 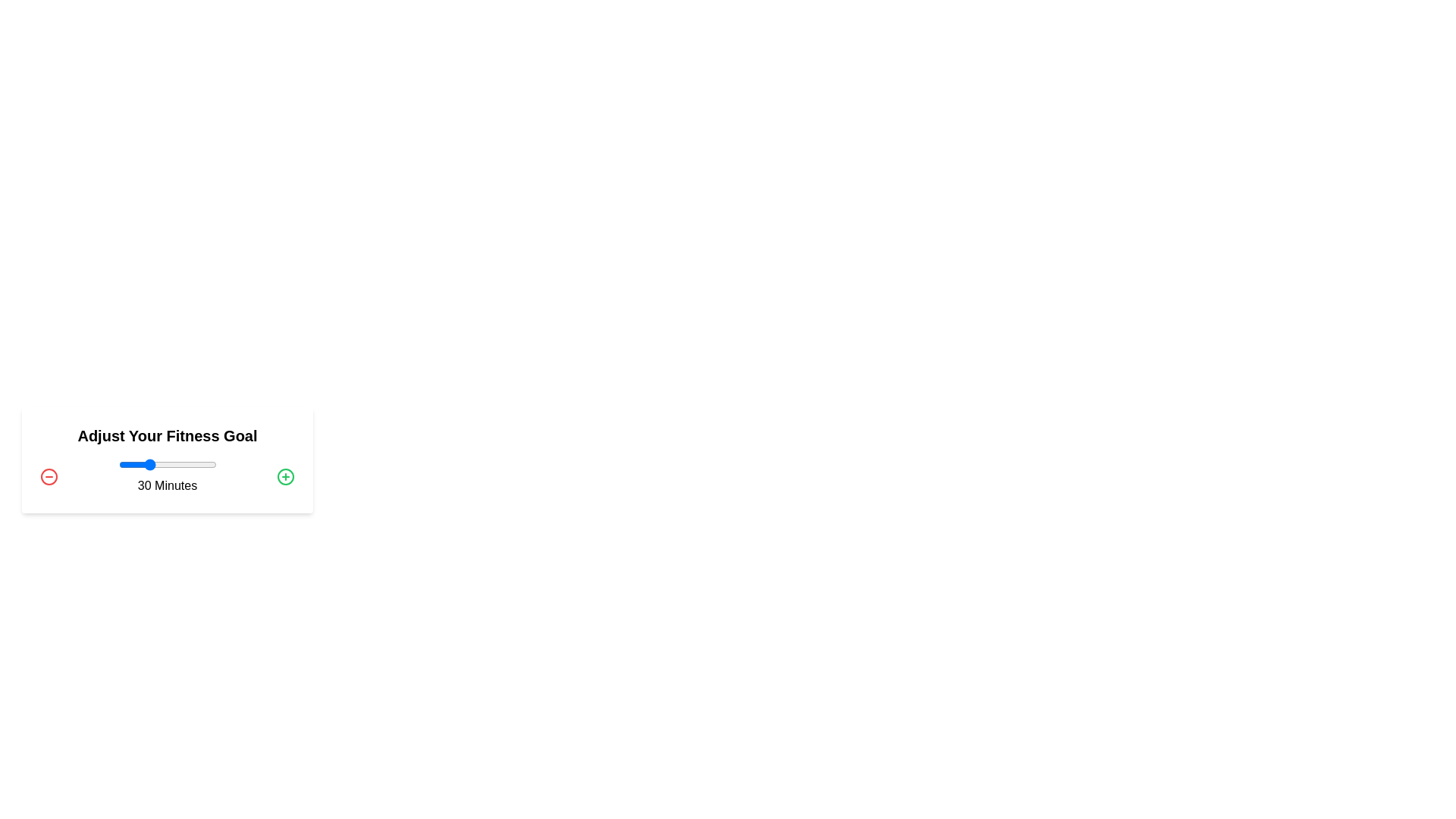 What do you see at coordinates (165, 464) in the screenshot?
I see `the slider` at bounding box center [165, 464].